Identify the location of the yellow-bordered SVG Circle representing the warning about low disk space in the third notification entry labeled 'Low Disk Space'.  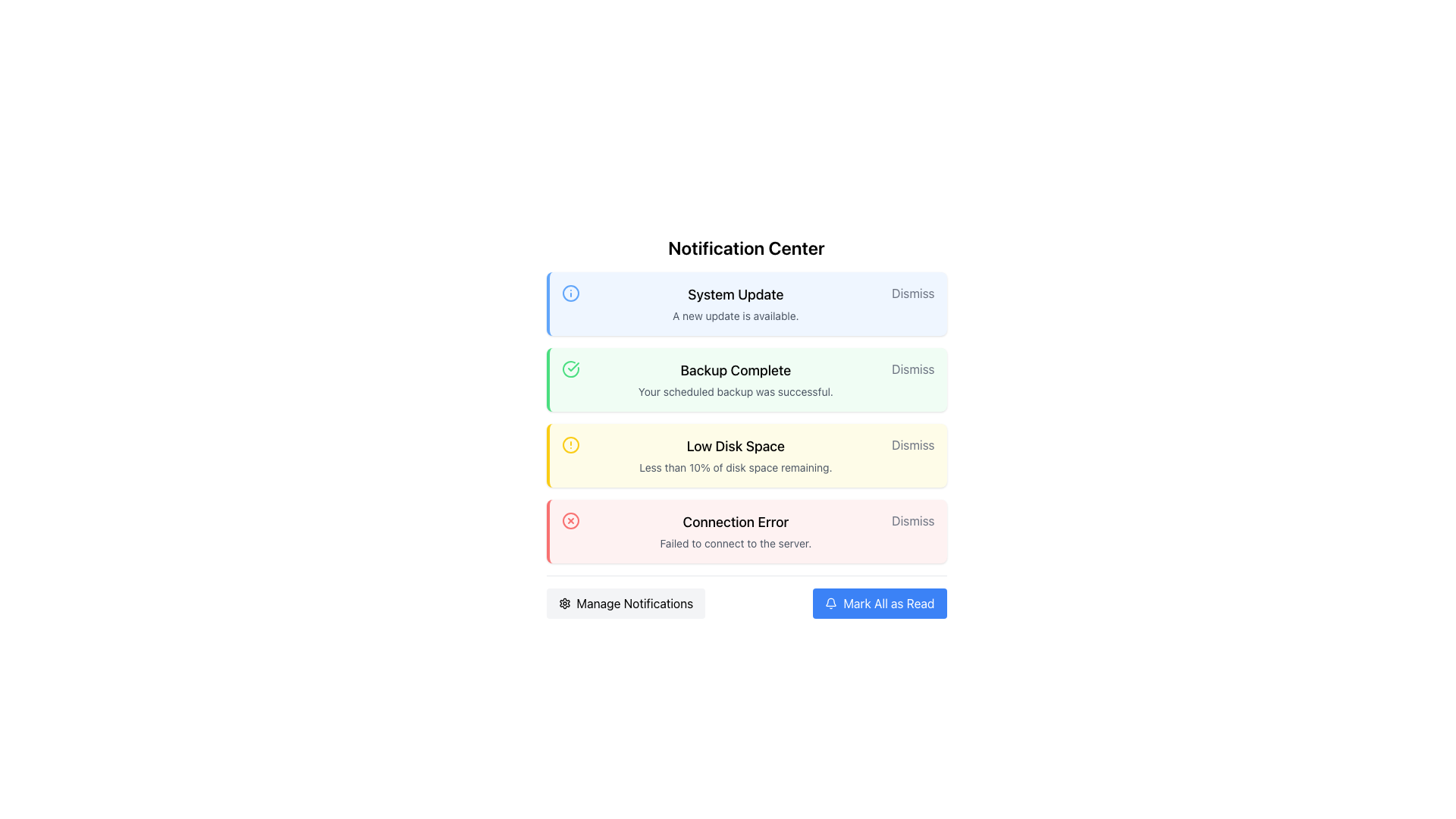
(570, 444).